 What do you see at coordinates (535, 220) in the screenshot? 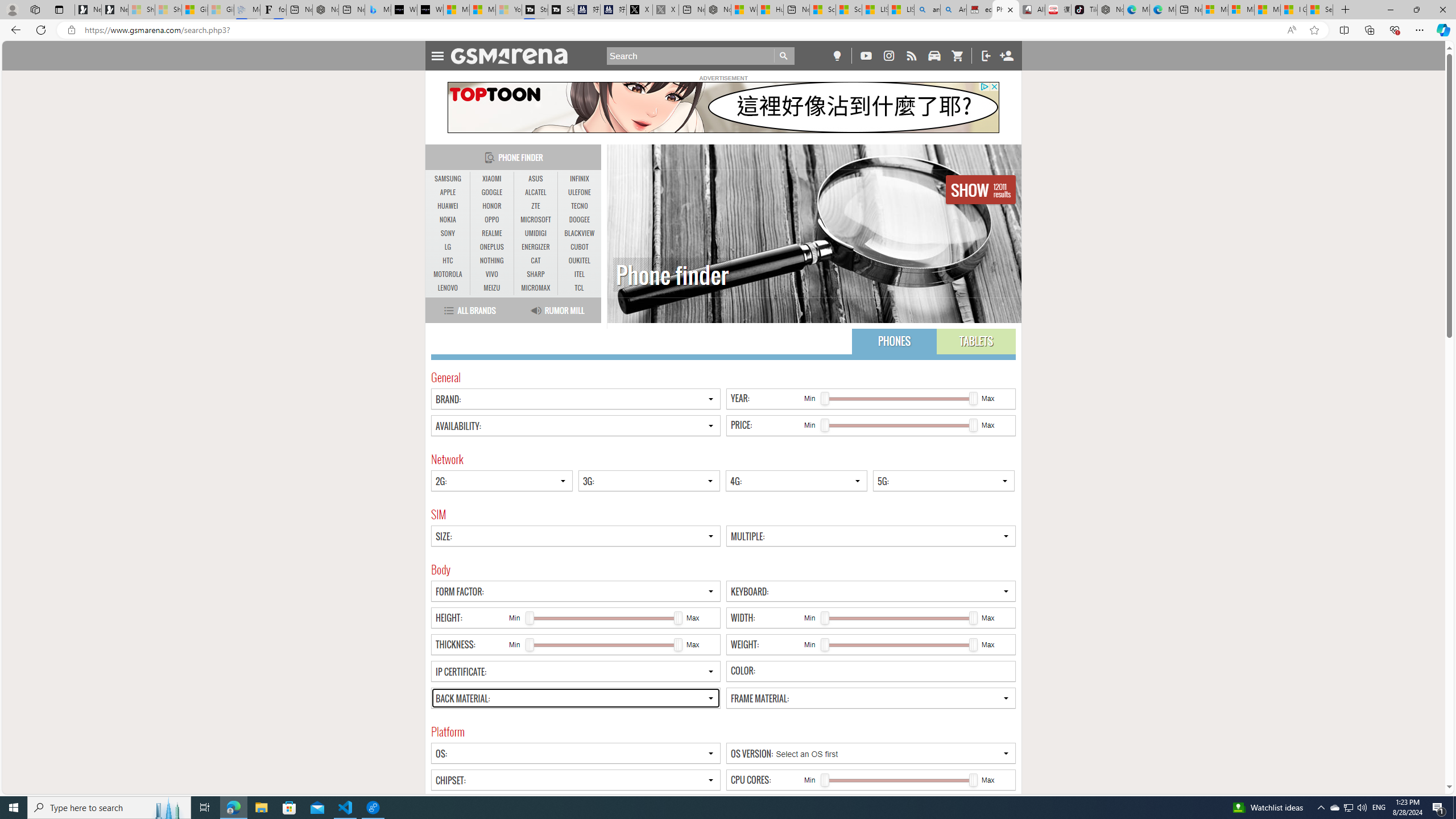
I see `'MICROSOFT'` at bounding box center [535, 220].